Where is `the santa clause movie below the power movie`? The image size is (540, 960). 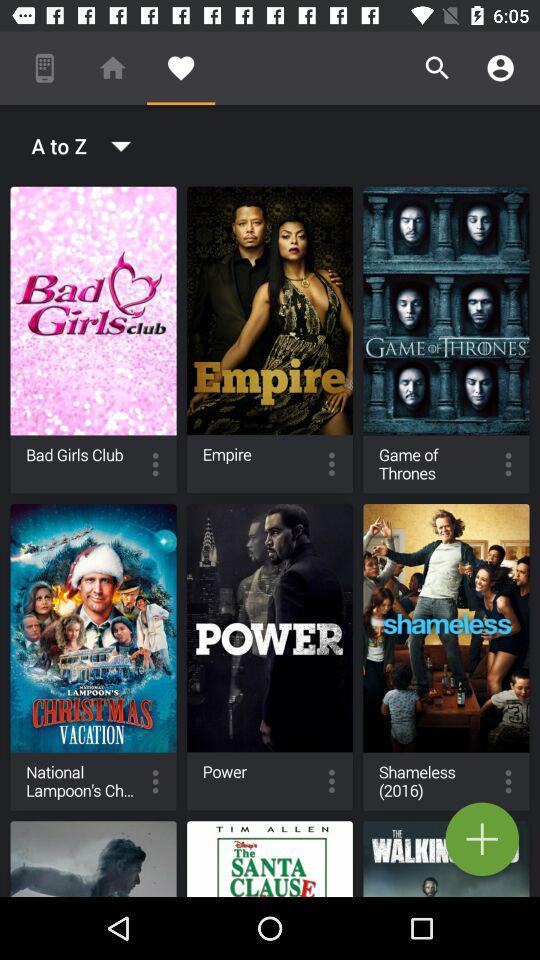
the santa clause movie below the power movie is located at coordinates (270, 858).